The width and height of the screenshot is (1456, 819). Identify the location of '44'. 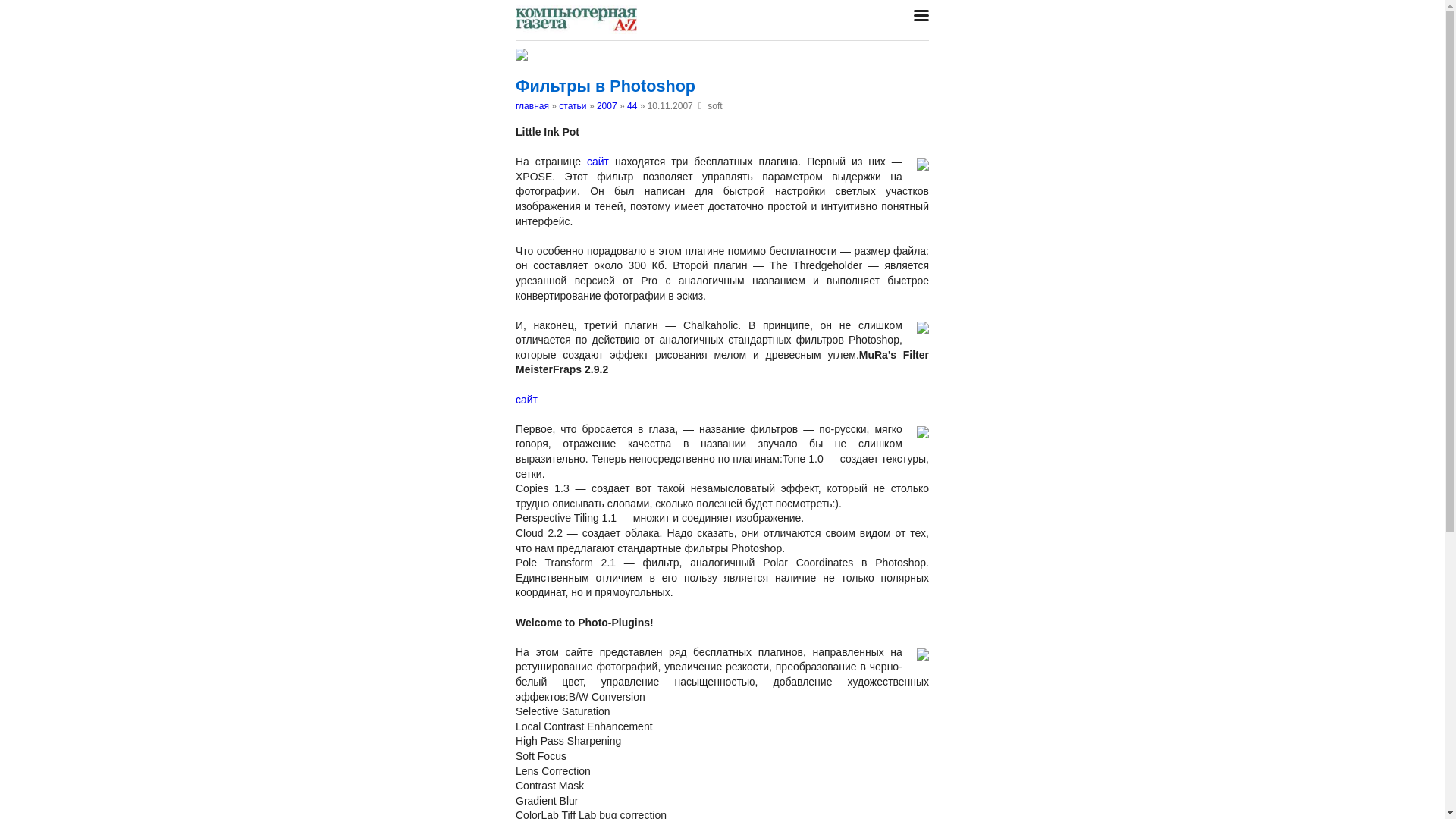
(632, 105).